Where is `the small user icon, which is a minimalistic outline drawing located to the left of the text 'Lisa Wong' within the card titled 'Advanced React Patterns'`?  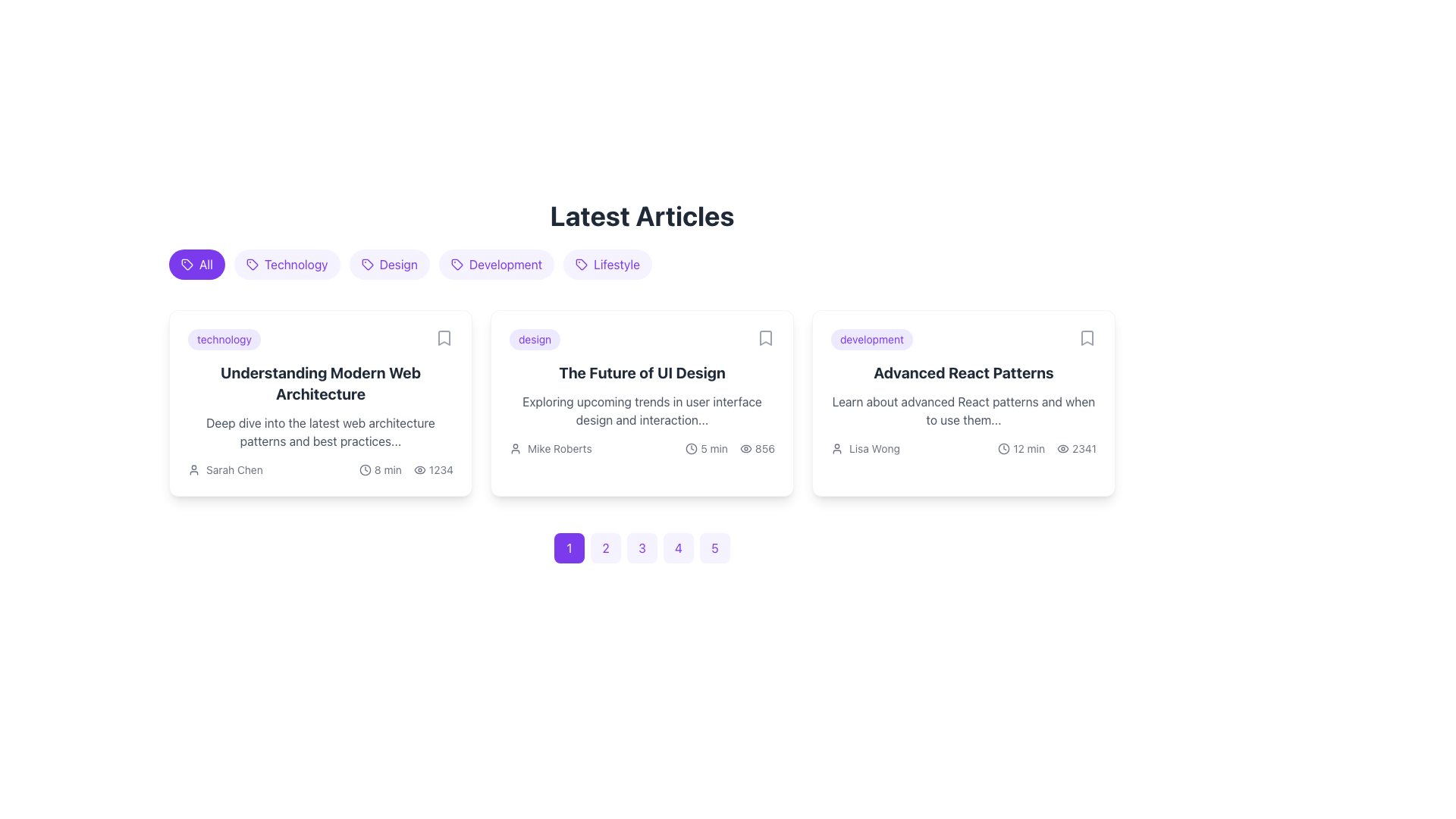 the small user icon, which is a minimalistic outline drawing located to the left of the text 'Lisa Wong' within the card titled 'Advanced React Patterns' is located at coordinates (836, 447).